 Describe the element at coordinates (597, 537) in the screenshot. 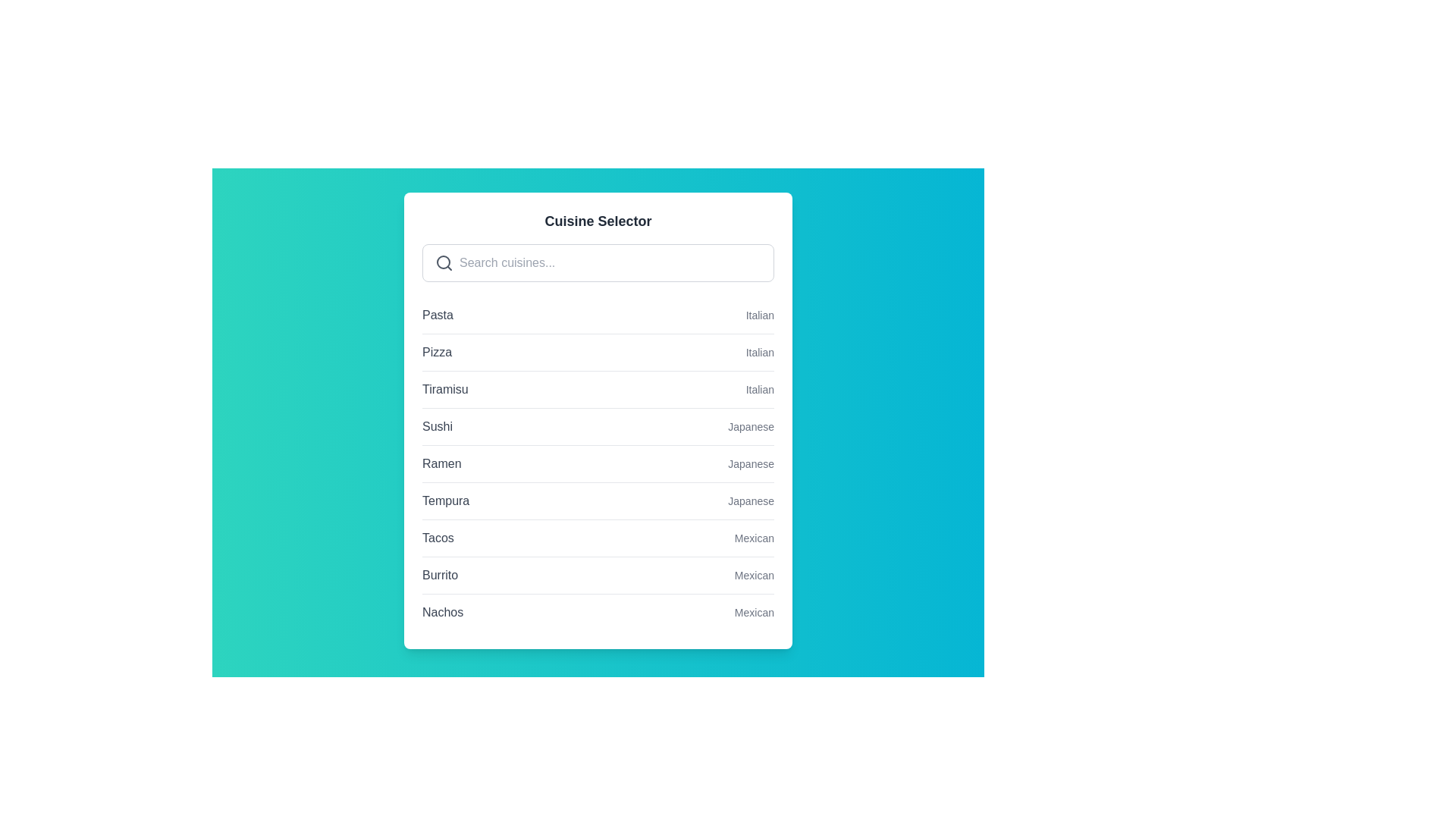

I see `the selectable item in the list representing the dish 'Tacos' and its associated cuisine 'Mexican', which is the seventh item from the top` at that location.